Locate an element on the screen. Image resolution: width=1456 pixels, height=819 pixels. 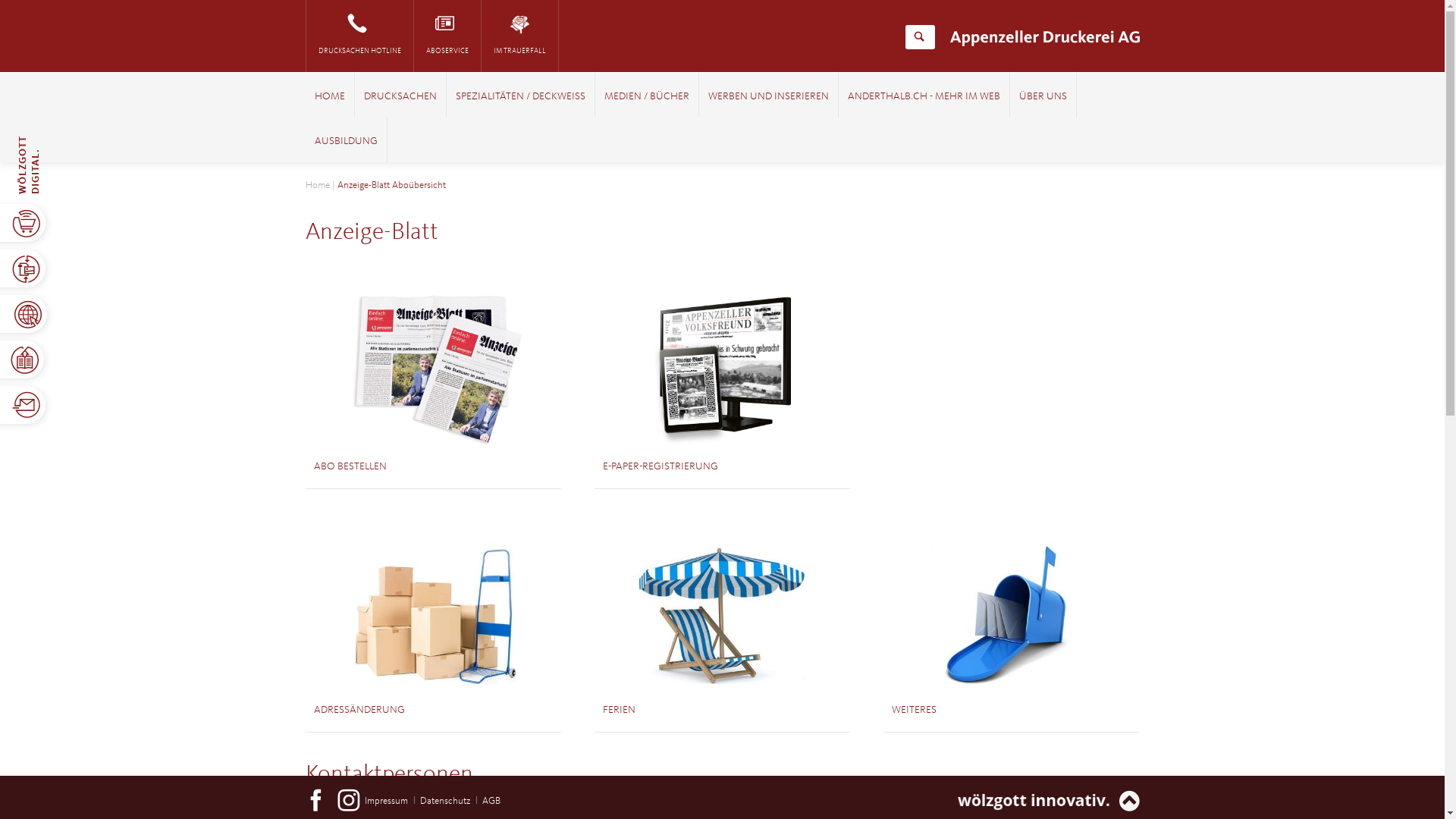
'WERBEN UND INSERIEREN' is located at coordinates (768, 96).